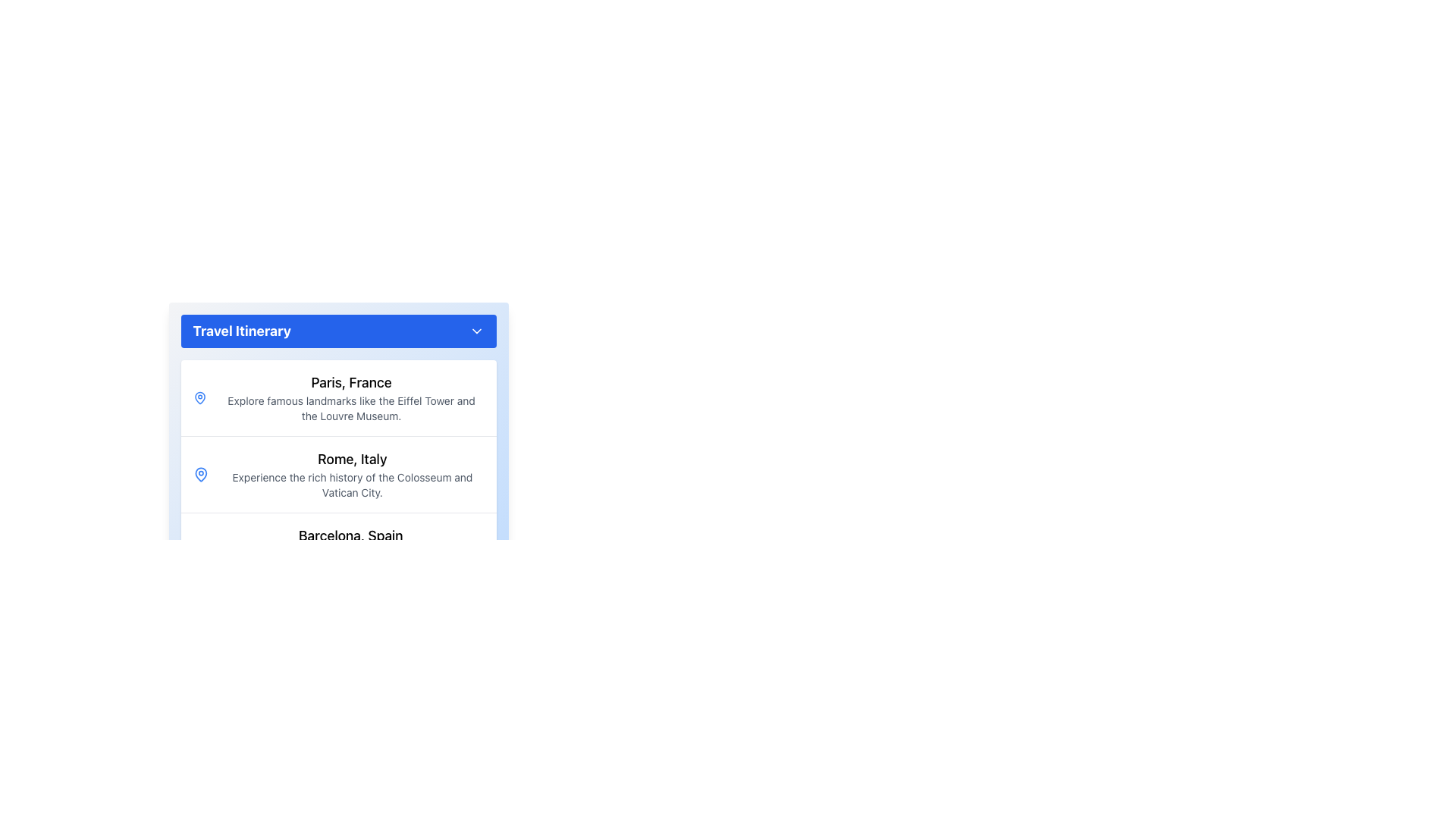 Image resolution: width=1456 pixels, height=819 pixels. Describe the element at coordinates (475, 330) in the screenshot. I see `the icon located in the upper-right corner of the blue header section labeled 'Travel Itinerary'` at that location.